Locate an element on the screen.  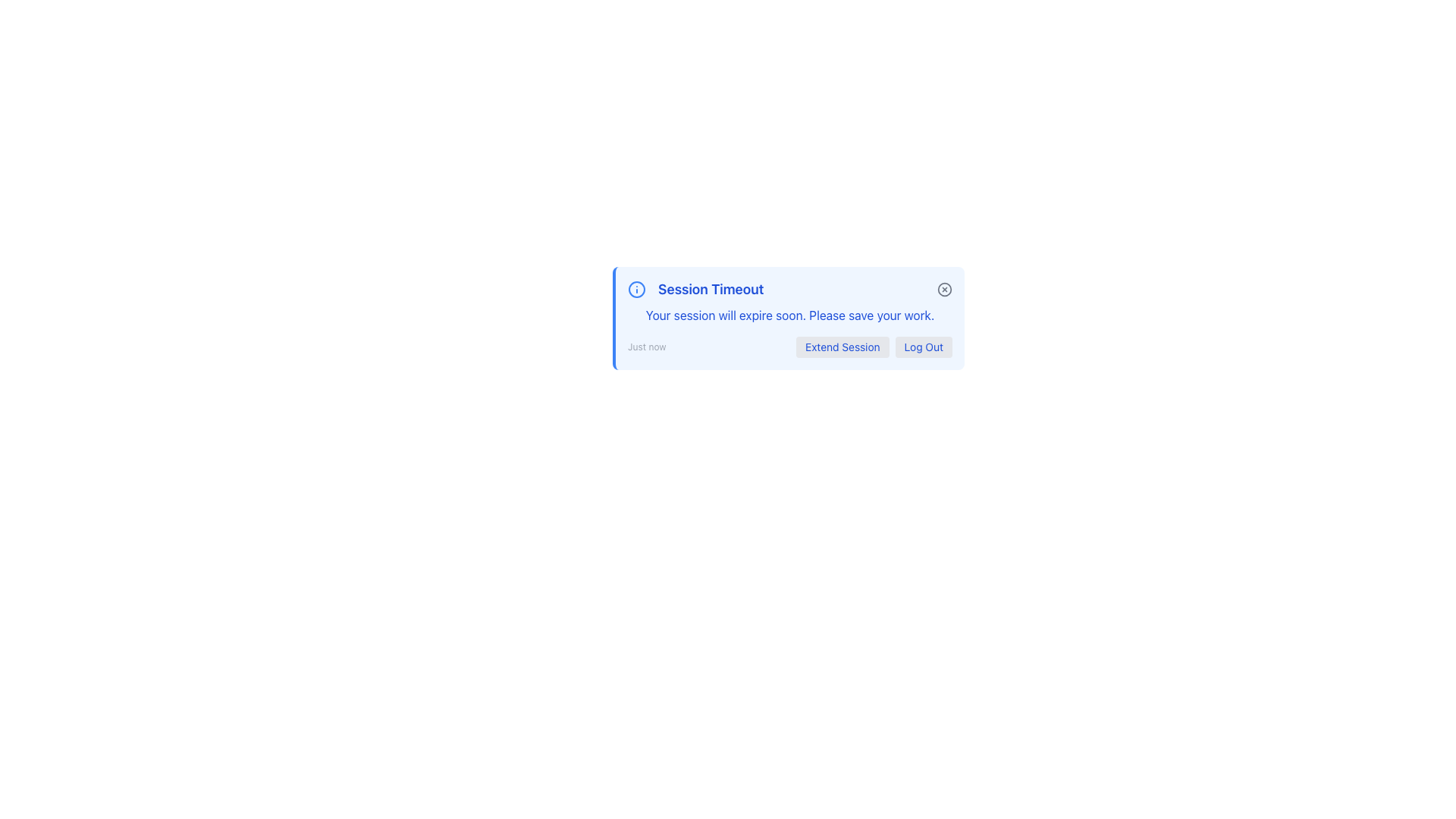
the leftmost button in the modal dialog box to extend the session and prevent timeout is located at coordinates (842, 347).